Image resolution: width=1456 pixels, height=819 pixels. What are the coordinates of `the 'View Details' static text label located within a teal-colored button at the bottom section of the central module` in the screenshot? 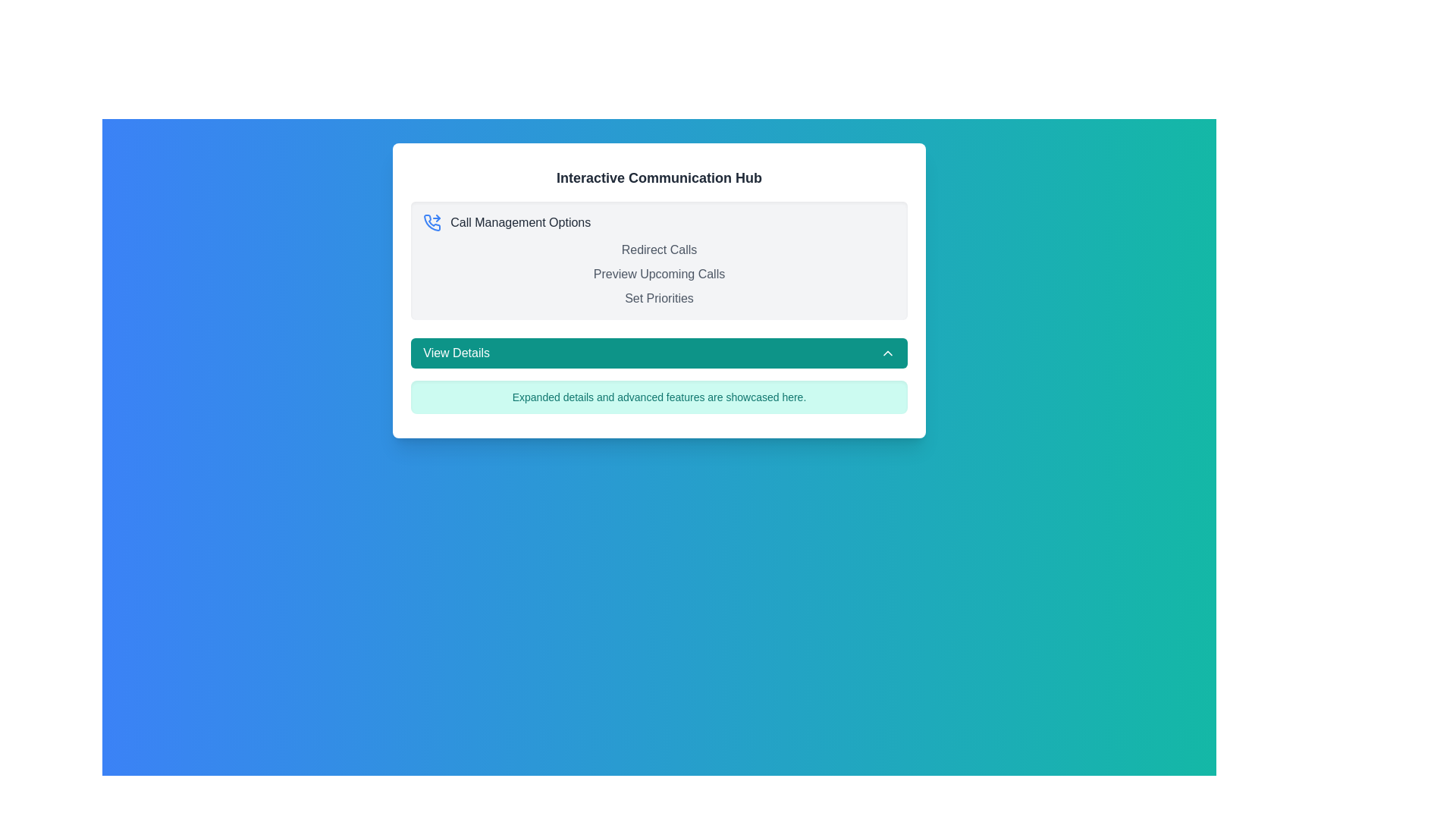 It's located at (456, 353).